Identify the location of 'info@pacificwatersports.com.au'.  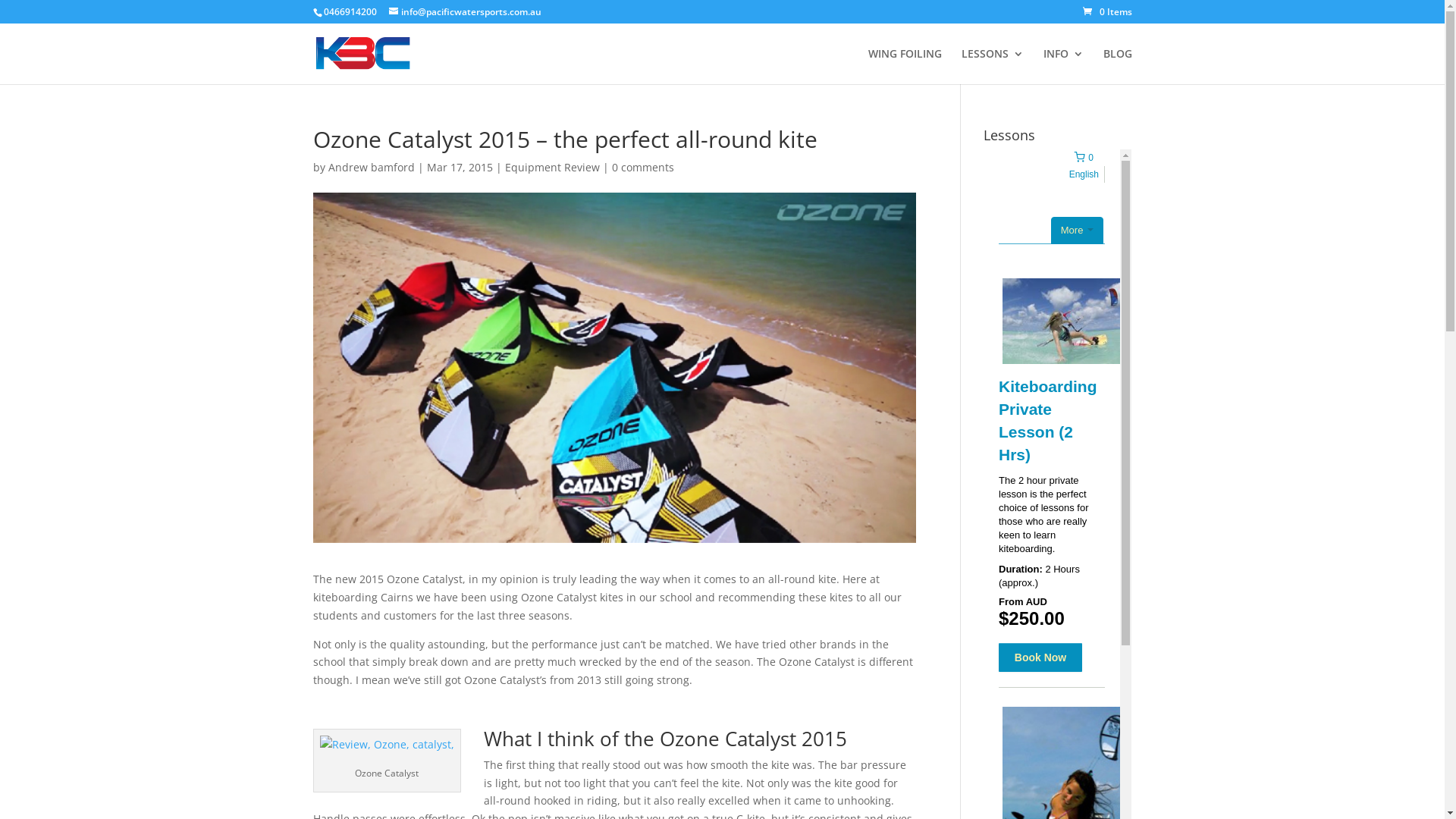
(463, 11).